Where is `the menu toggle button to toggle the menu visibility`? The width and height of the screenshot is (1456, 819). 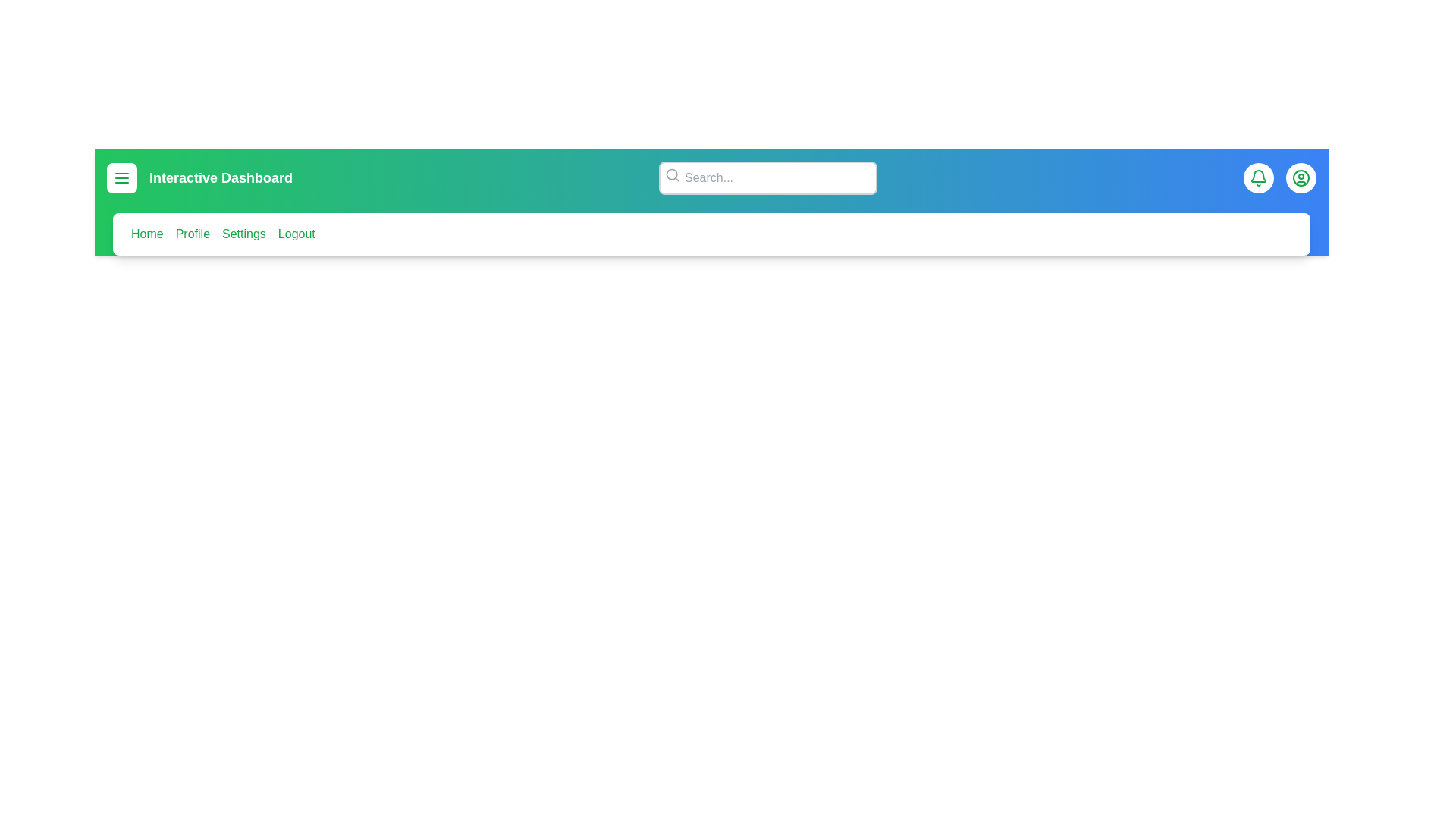
the menu toggle button to toggle the menu visibility is located at coordinates (122, 177).